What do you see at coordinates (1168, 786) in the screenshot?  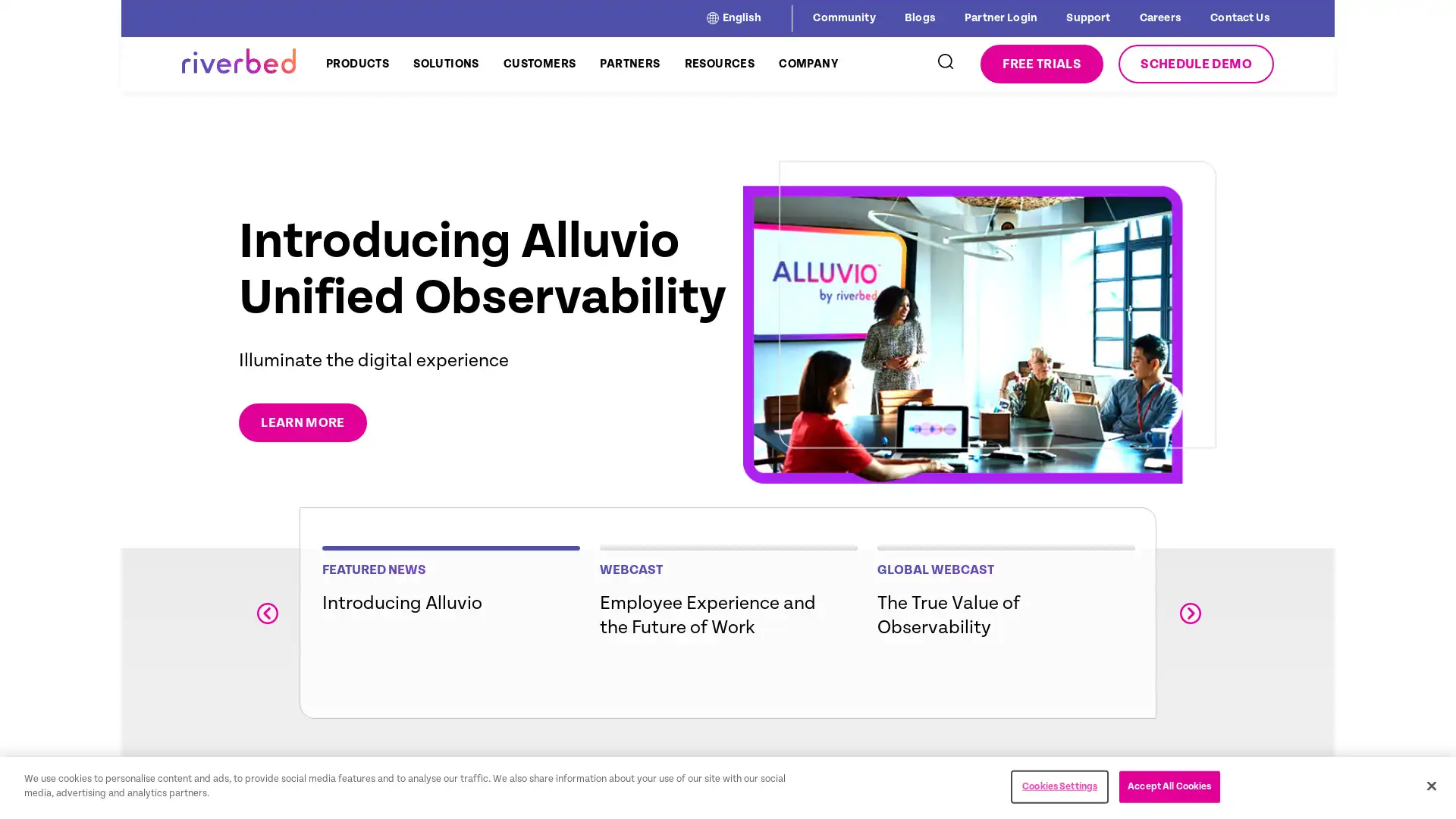 I see `Accept All Cookies` at bounding box center [1168, 786].